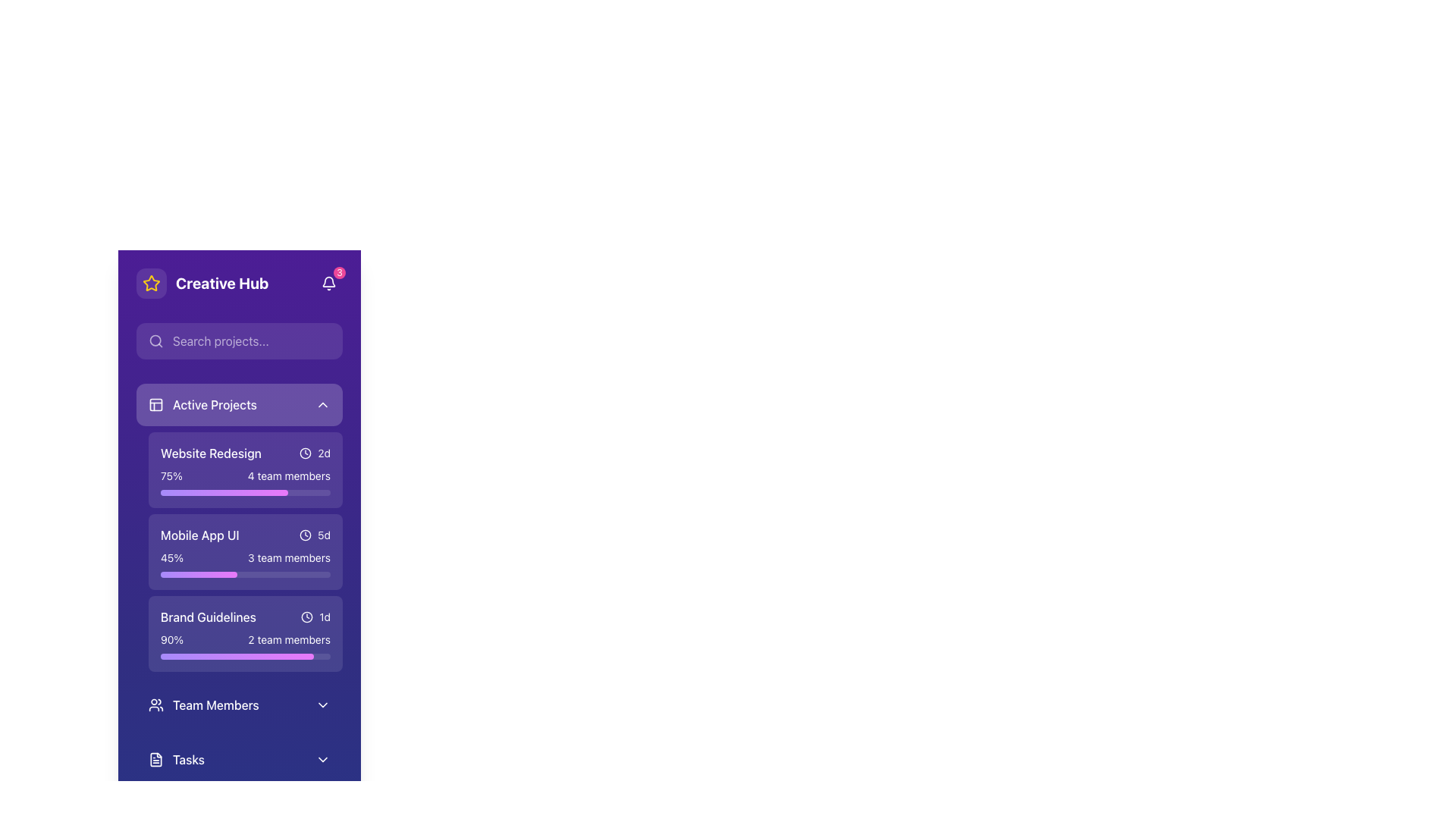 Image resolution: width=1456 pixels, height=819 pixels. What do you see at coordinates (188, 760) in the screenshot?
I see `the 'Tasks' text label located at the bottom of the vertical navigation menu` at bounding box center [188, 760].